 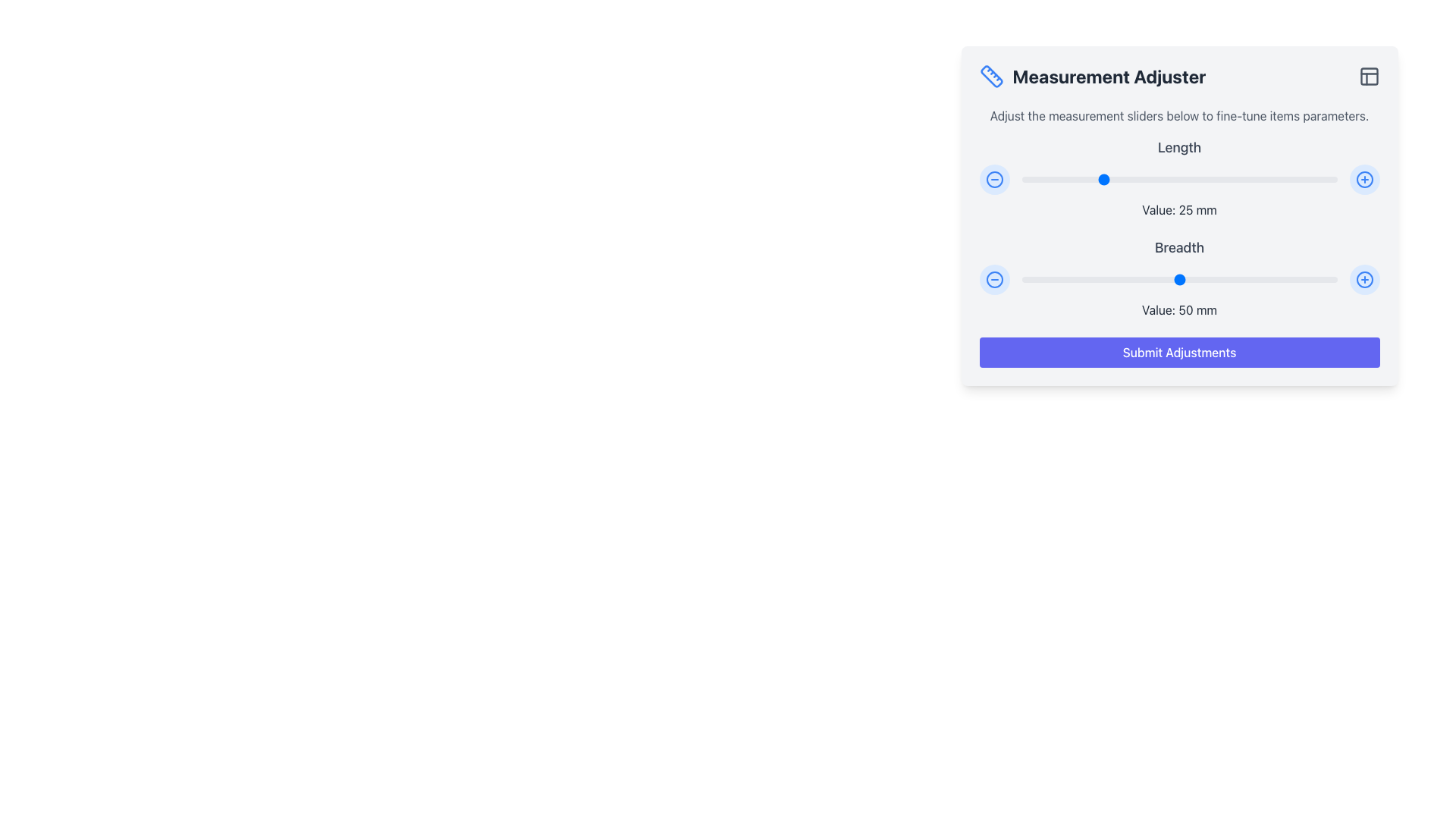 What do you see at coordinates (1369, 76) in the screenshot?
I see `the square icon button depicting a window-like illustration with a dark gray border and light gray fill, located in the top-right corner of the 'Measurement Adjuster' panel` at bounding box center [1369, 76].